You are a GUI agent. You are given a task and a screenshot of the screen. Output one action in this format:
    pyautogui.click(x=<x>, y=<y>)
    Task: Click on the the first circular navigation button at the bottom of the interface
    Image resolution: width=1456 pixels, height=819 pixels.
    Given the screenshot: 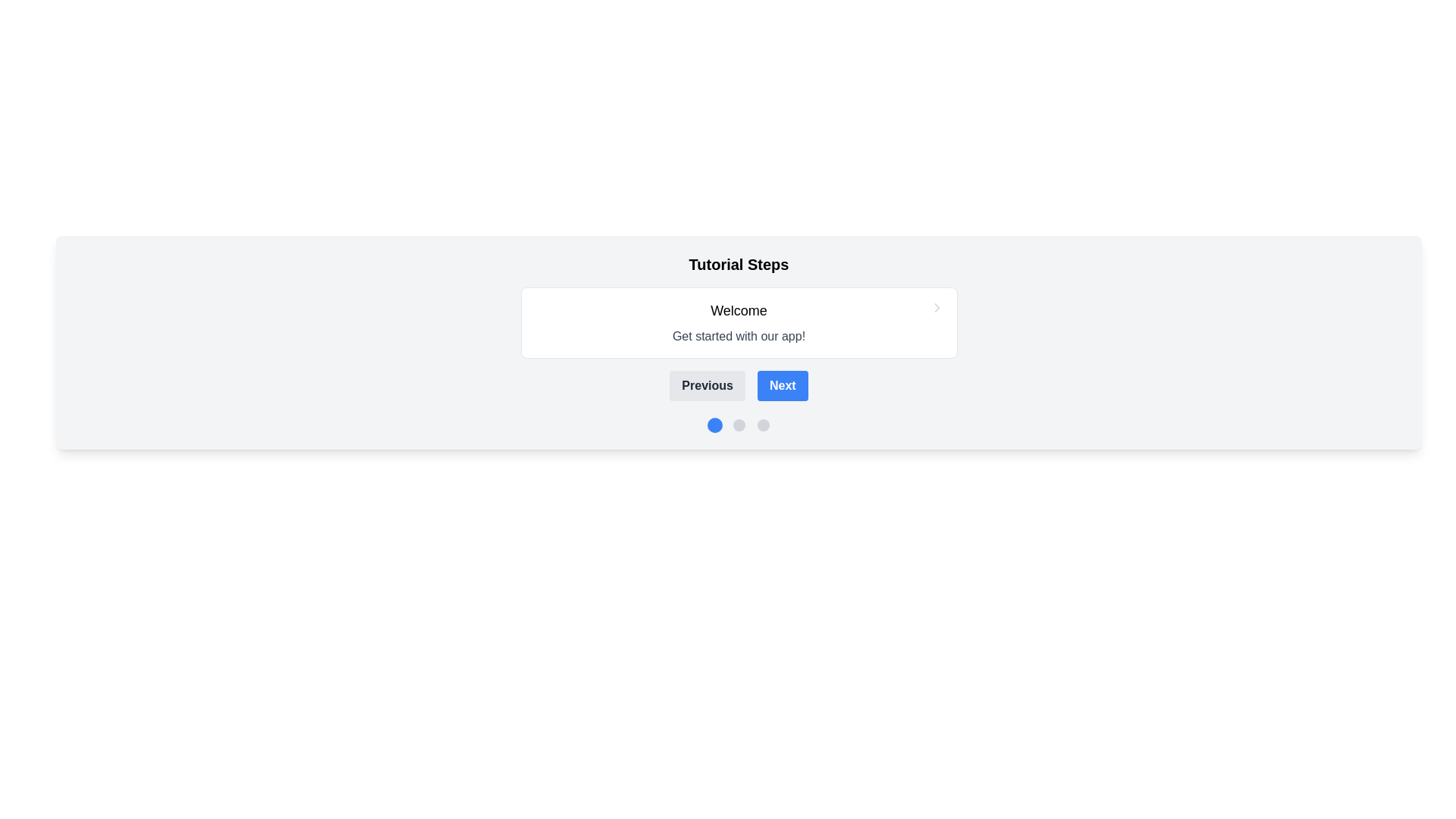 What is the action you would take?
    pyautogui.click(x=714, y=425)
    